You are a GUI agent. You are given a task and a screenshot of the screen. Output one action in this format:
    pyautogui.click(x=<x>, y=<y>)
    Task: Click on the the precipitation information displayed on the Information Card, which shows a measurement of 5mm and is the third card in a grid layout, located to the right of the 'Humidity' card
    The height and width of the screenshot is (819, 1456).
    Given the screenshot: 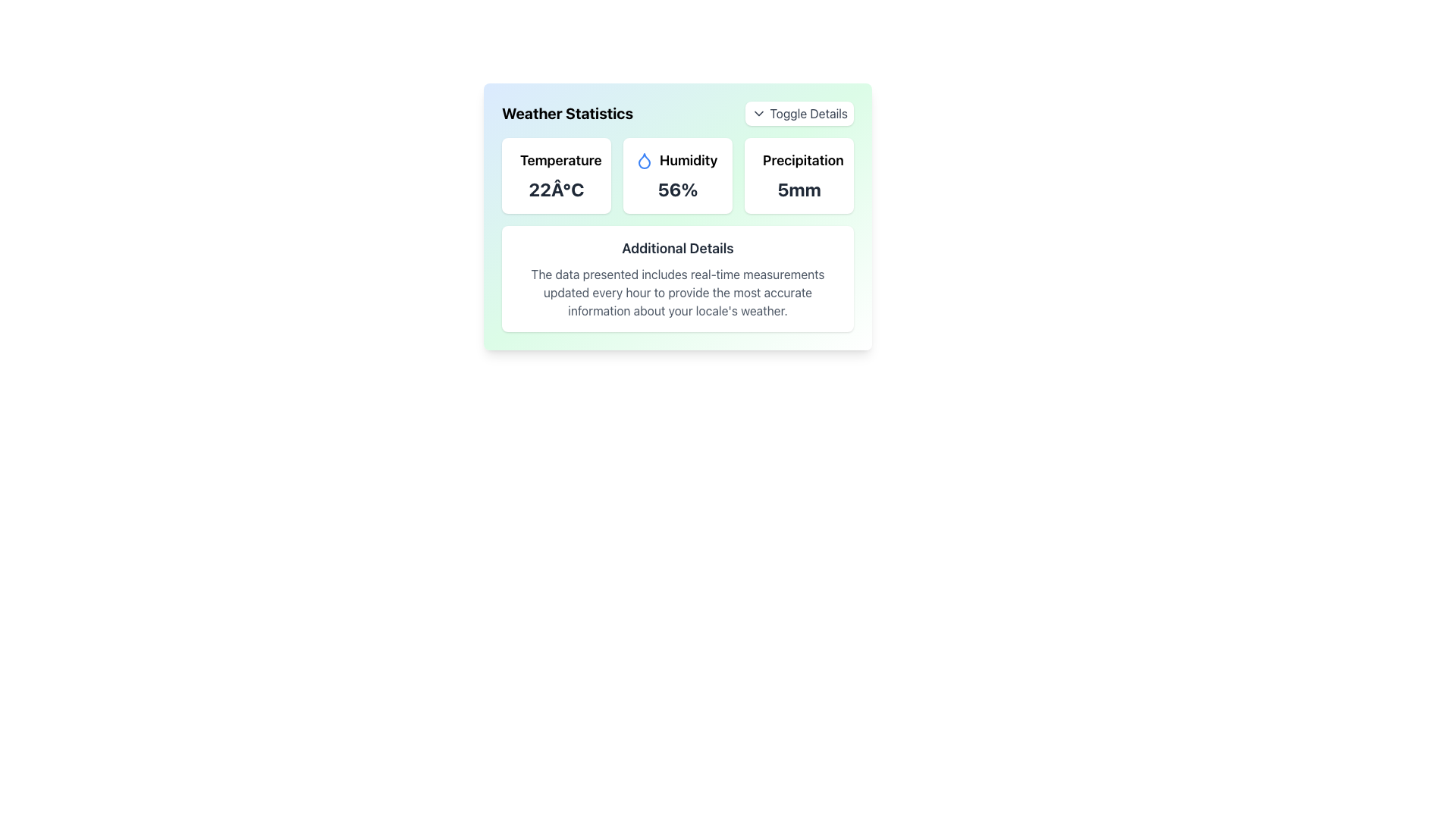 What is the action you would take?
    pyautogui.click(x=799, y=174)
    